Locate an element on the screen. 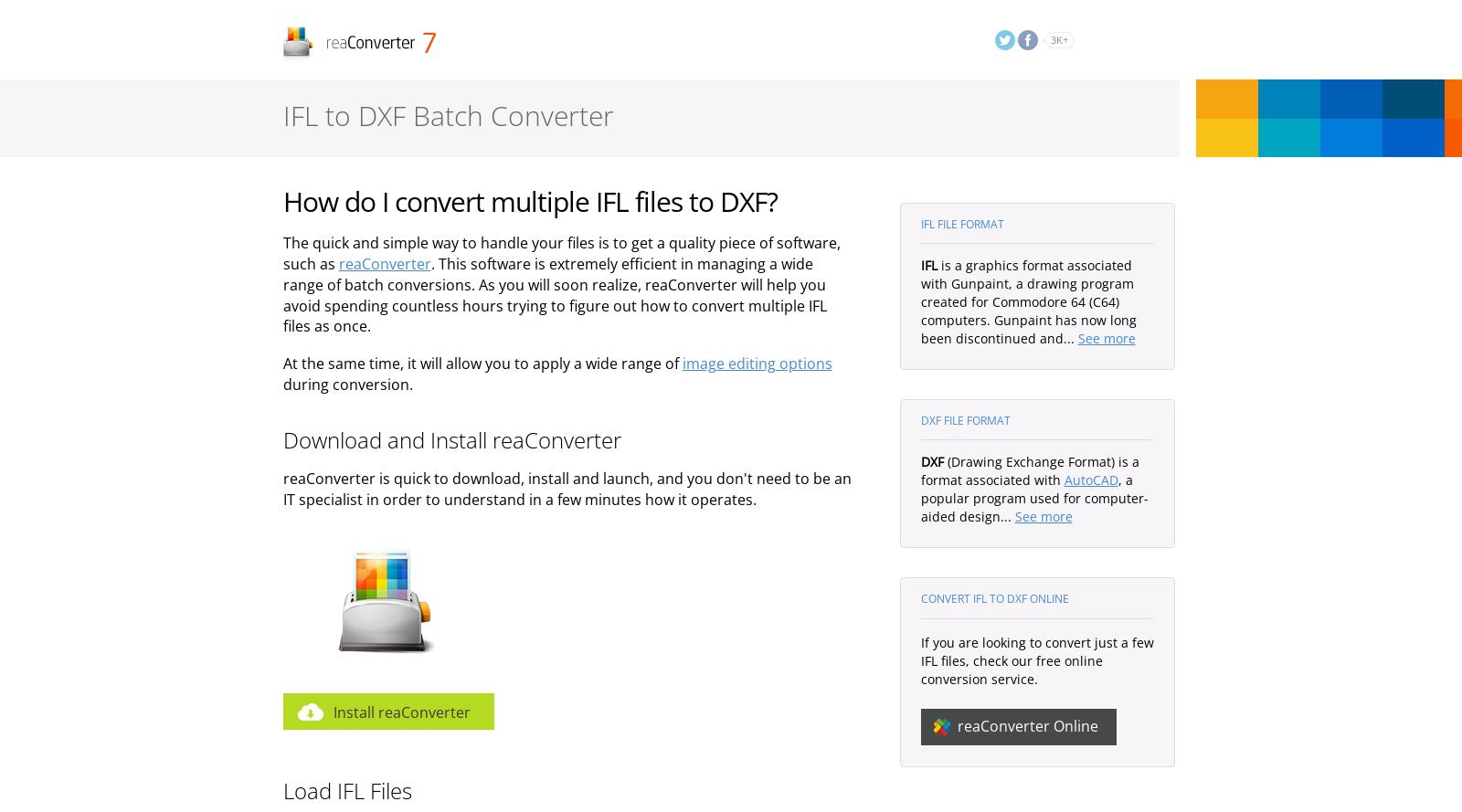 The height and width of the screenshot is (812, 1462). 'IFL to DXF Batch Converter' is located at coordinates (281, 114).